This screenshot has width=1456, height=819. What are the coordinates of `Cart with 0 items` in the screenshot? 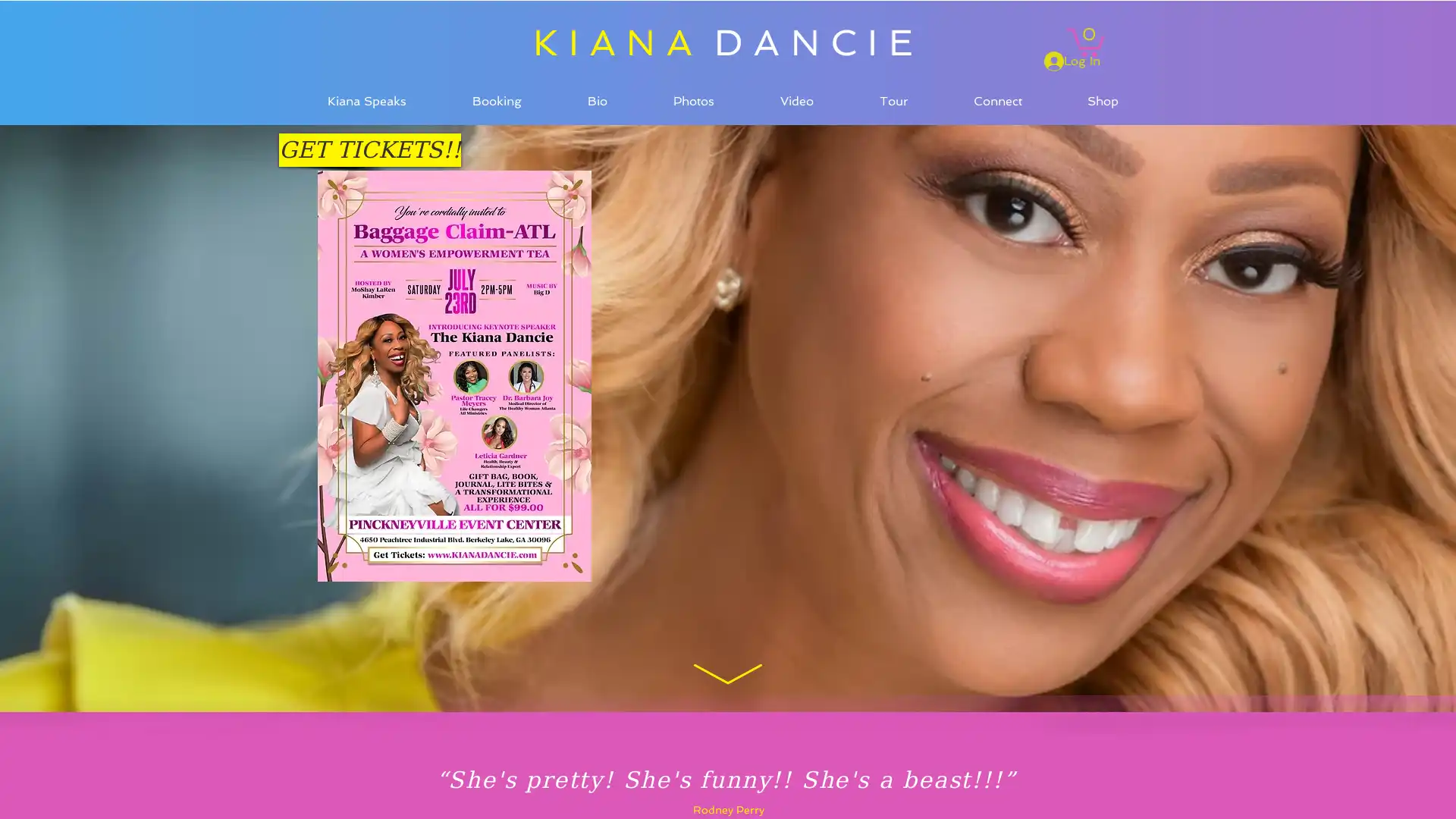 It's located at (1084, 39).